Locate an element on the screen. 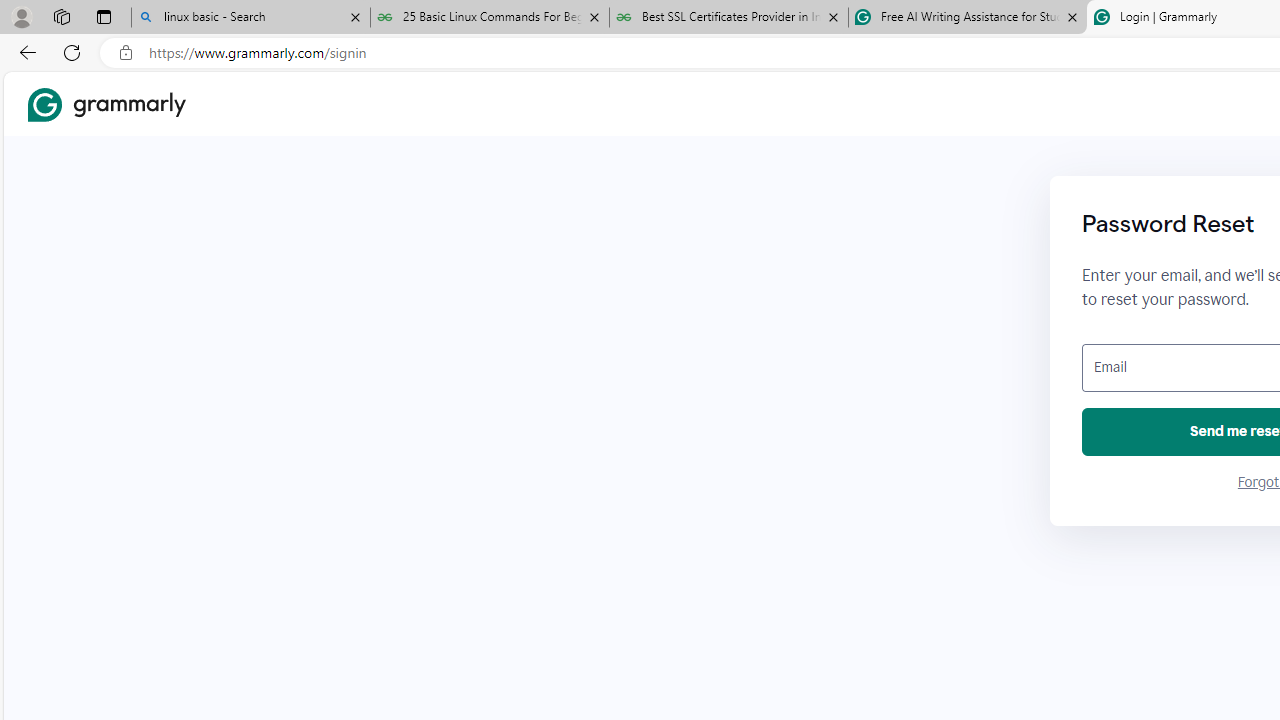  'Best SSL Certificates Provider in India - GeeksforGeeks' is located at coordinates (728, 17).